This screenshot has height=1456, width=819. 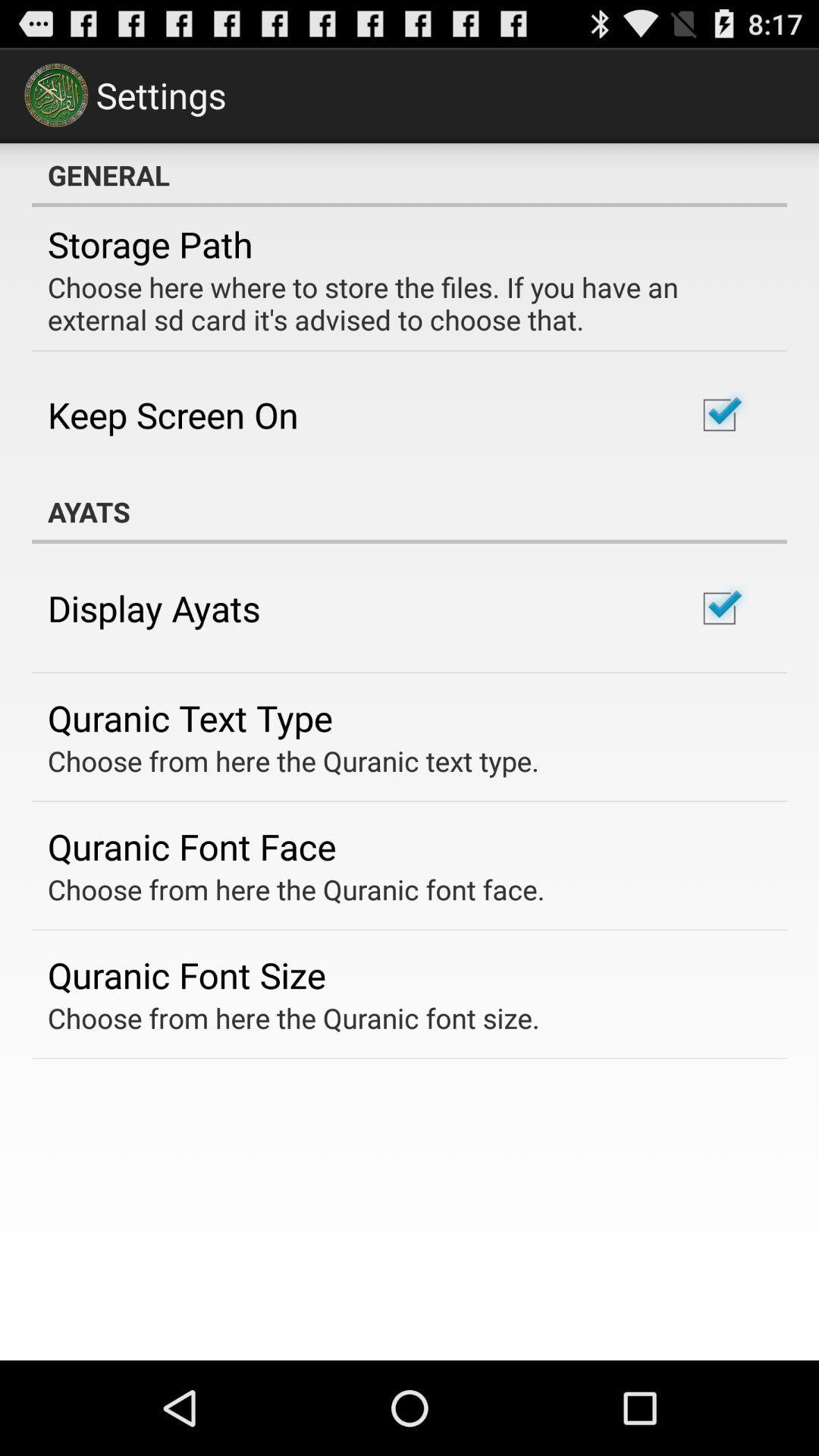 I want to click on icon above ayats app, so click(x=172, y=415).